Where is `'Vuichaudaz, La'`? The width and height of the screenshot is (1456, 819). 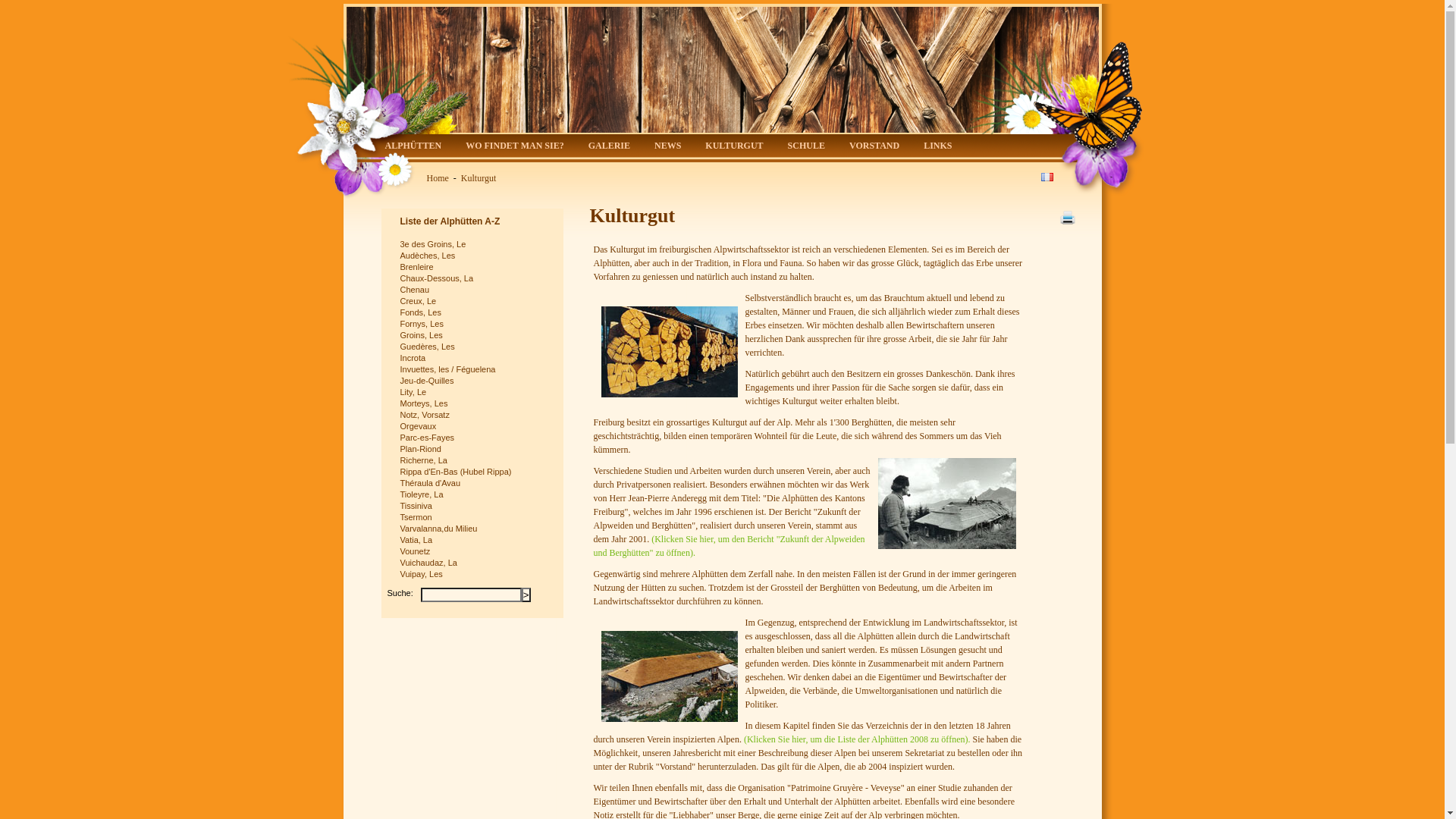
'Vuichaudaz, La' is located at coordinates (473, 563).